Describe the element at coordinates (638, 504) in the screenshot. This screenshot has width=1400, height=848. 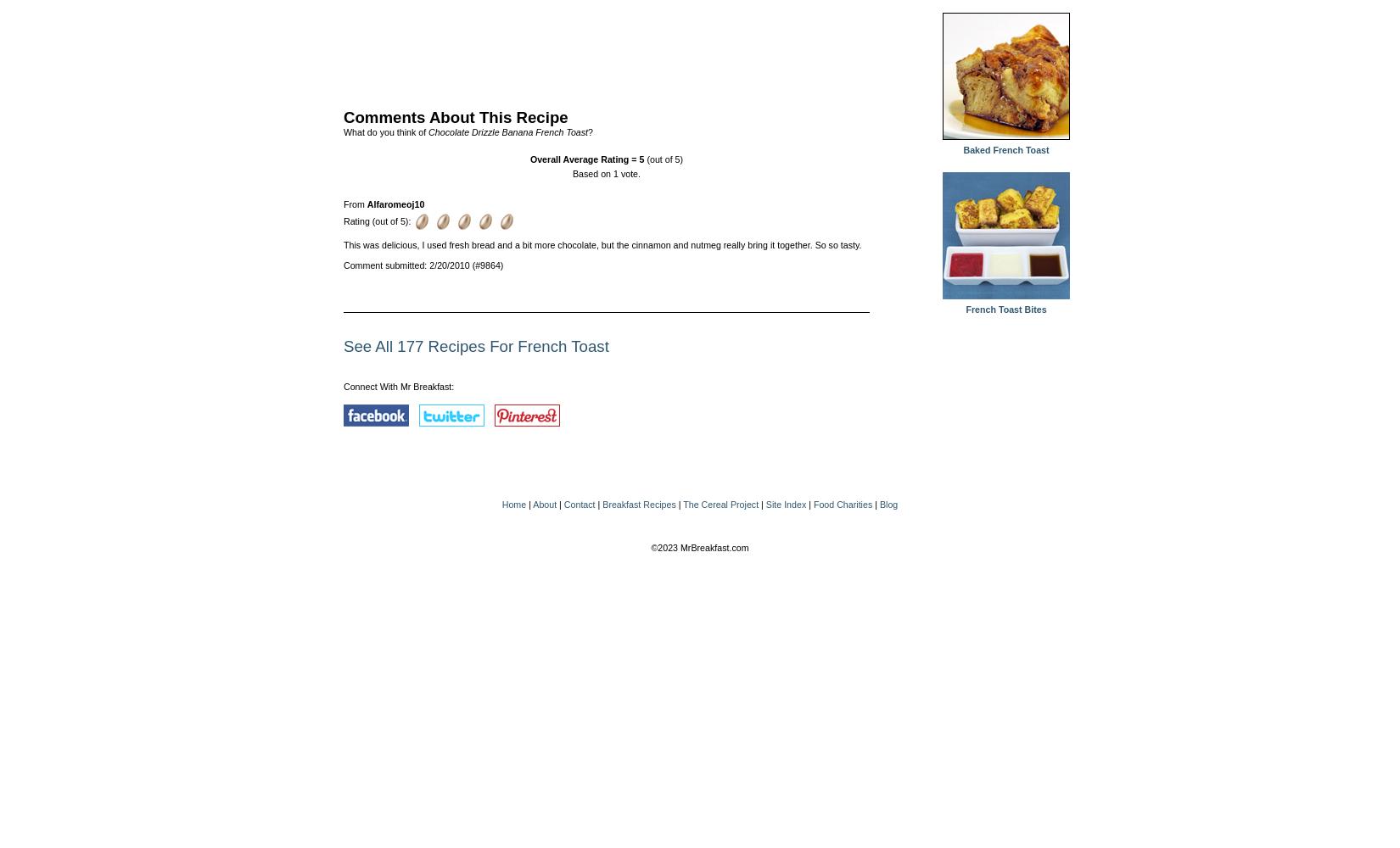
I see `'Breakfast Recipes'` at that location.